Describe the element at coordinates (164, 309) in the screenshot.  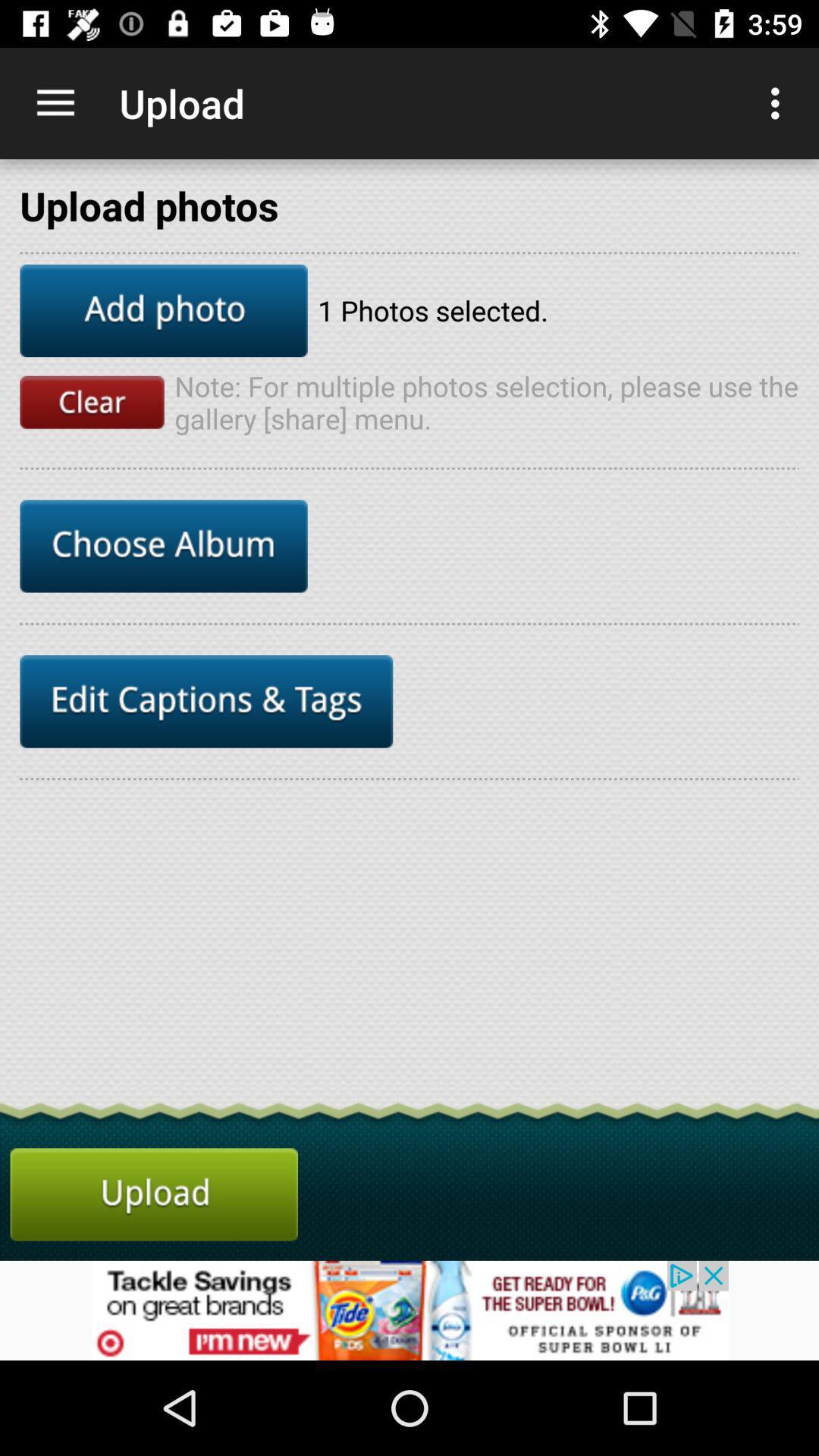
I see `photo` at that location.